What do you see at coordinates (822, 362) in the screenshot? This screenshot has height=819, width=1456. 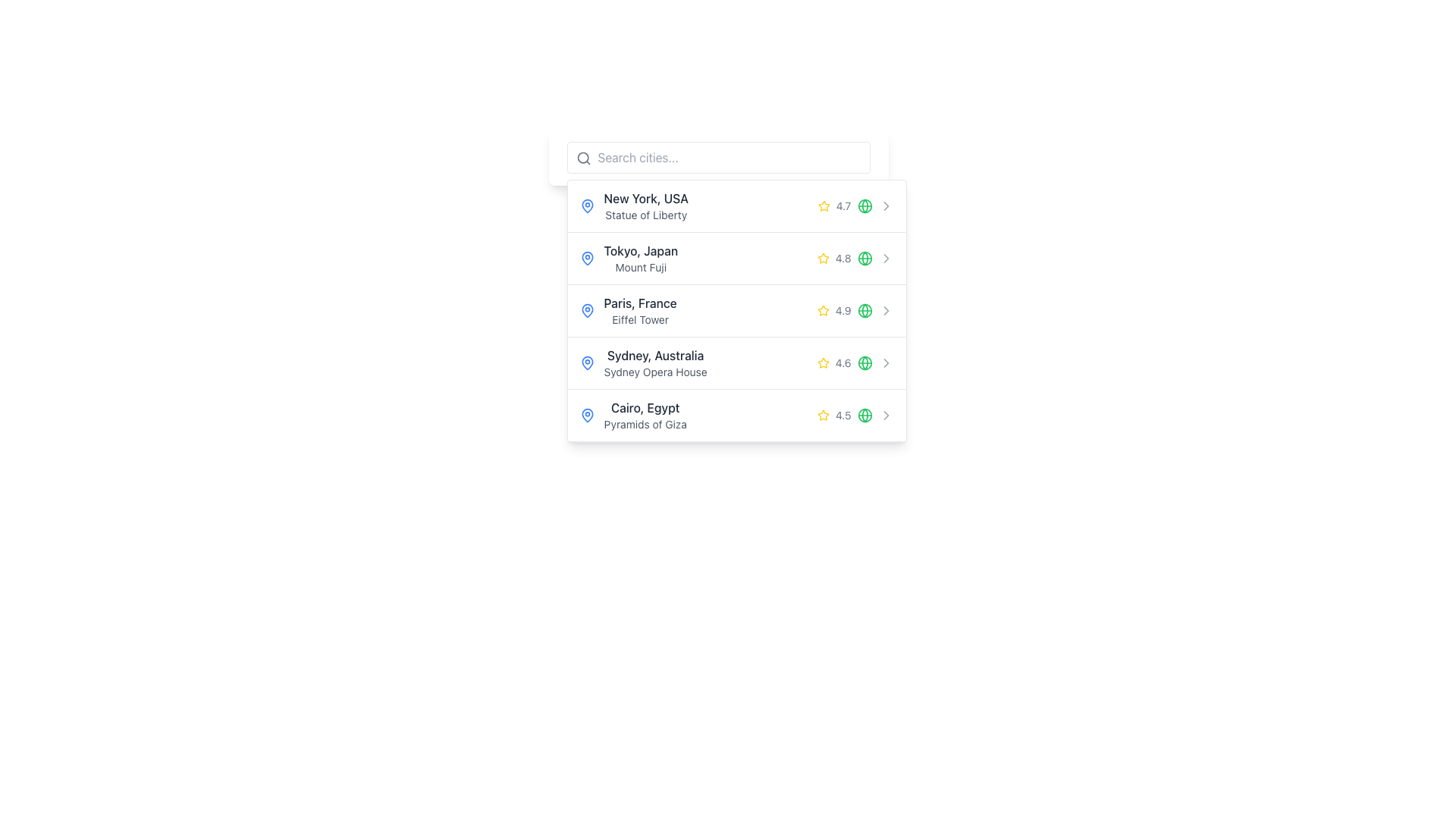 I see `the star icon with a golden-yellow fill located to the left of the rating value '4.6' in the row for 'Sydney, Australia'` at bounding box center [822, 362].